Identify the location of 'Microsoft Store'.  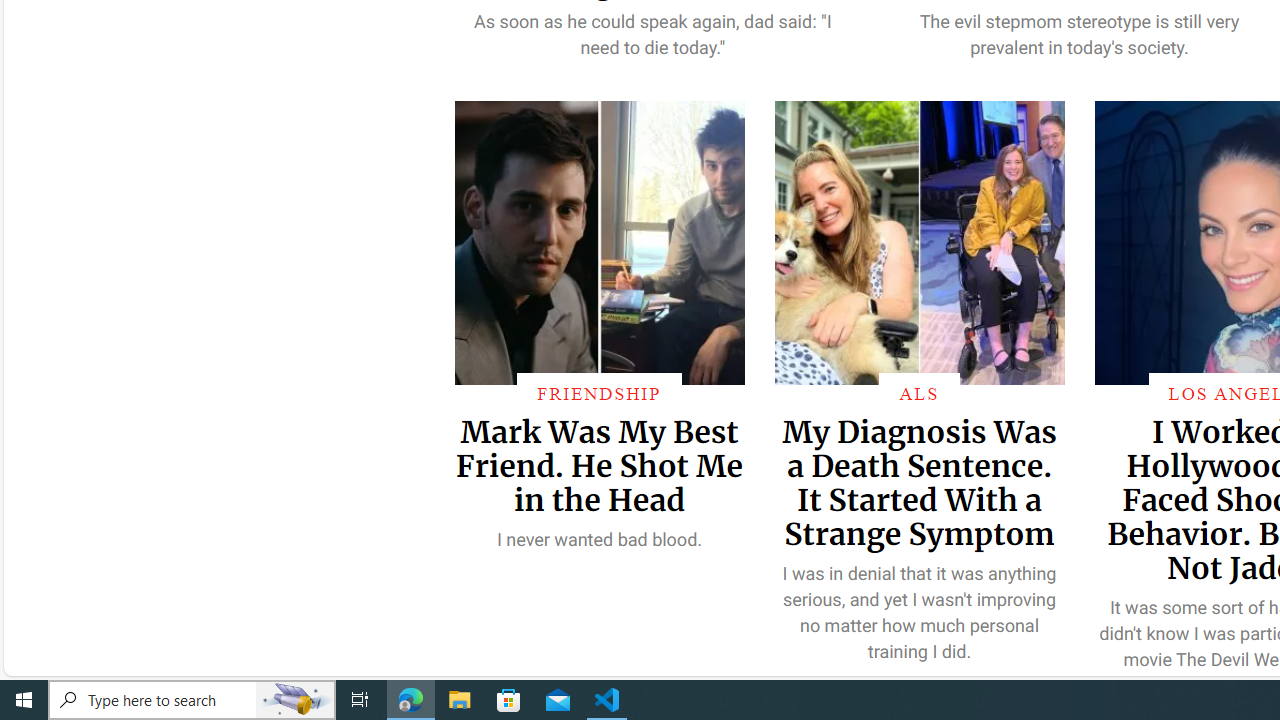
(509, 698).